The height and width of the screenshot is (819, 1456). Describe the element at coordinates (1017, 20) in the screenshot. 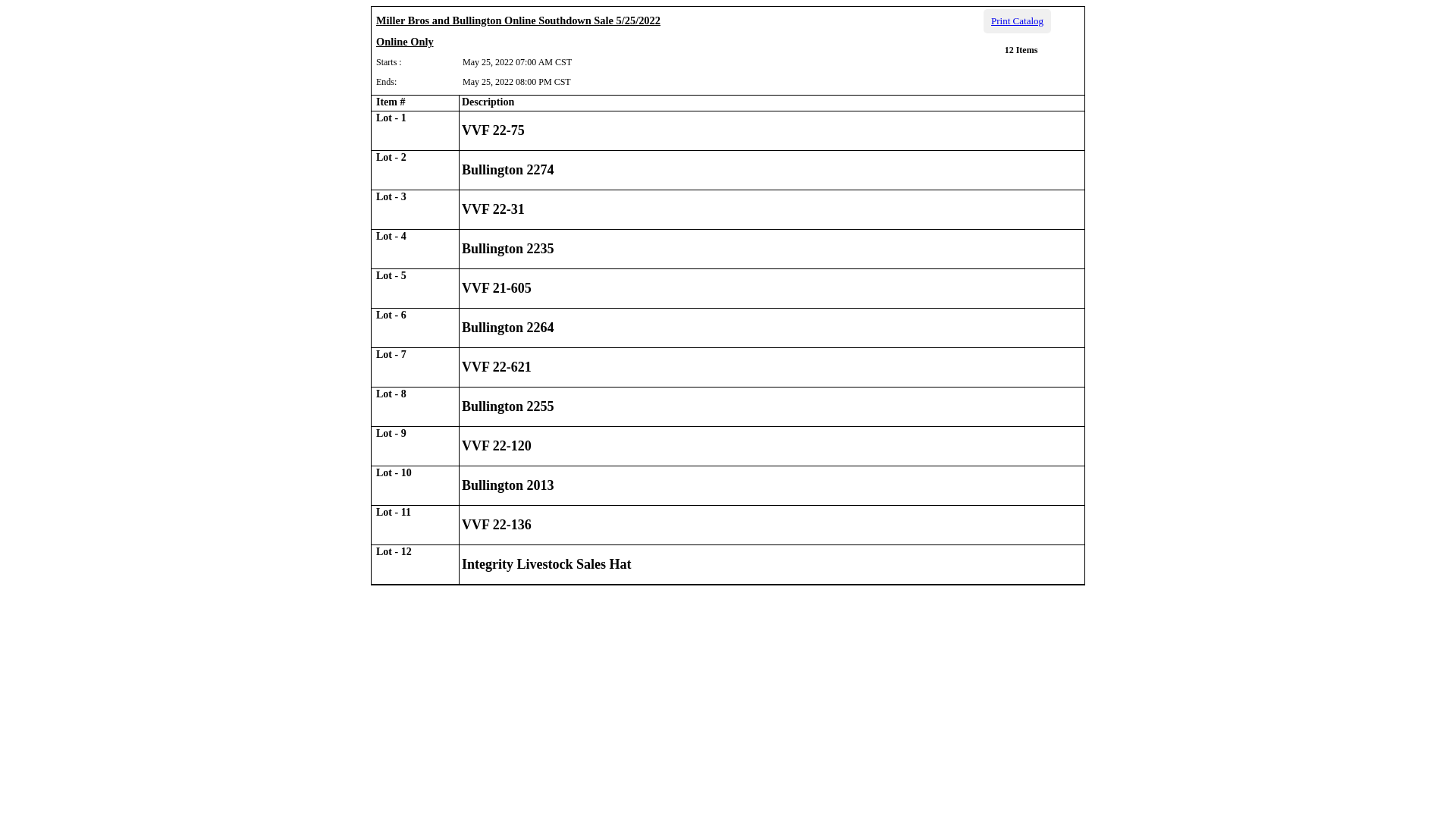

I see `'Print Catalog'` at that location.